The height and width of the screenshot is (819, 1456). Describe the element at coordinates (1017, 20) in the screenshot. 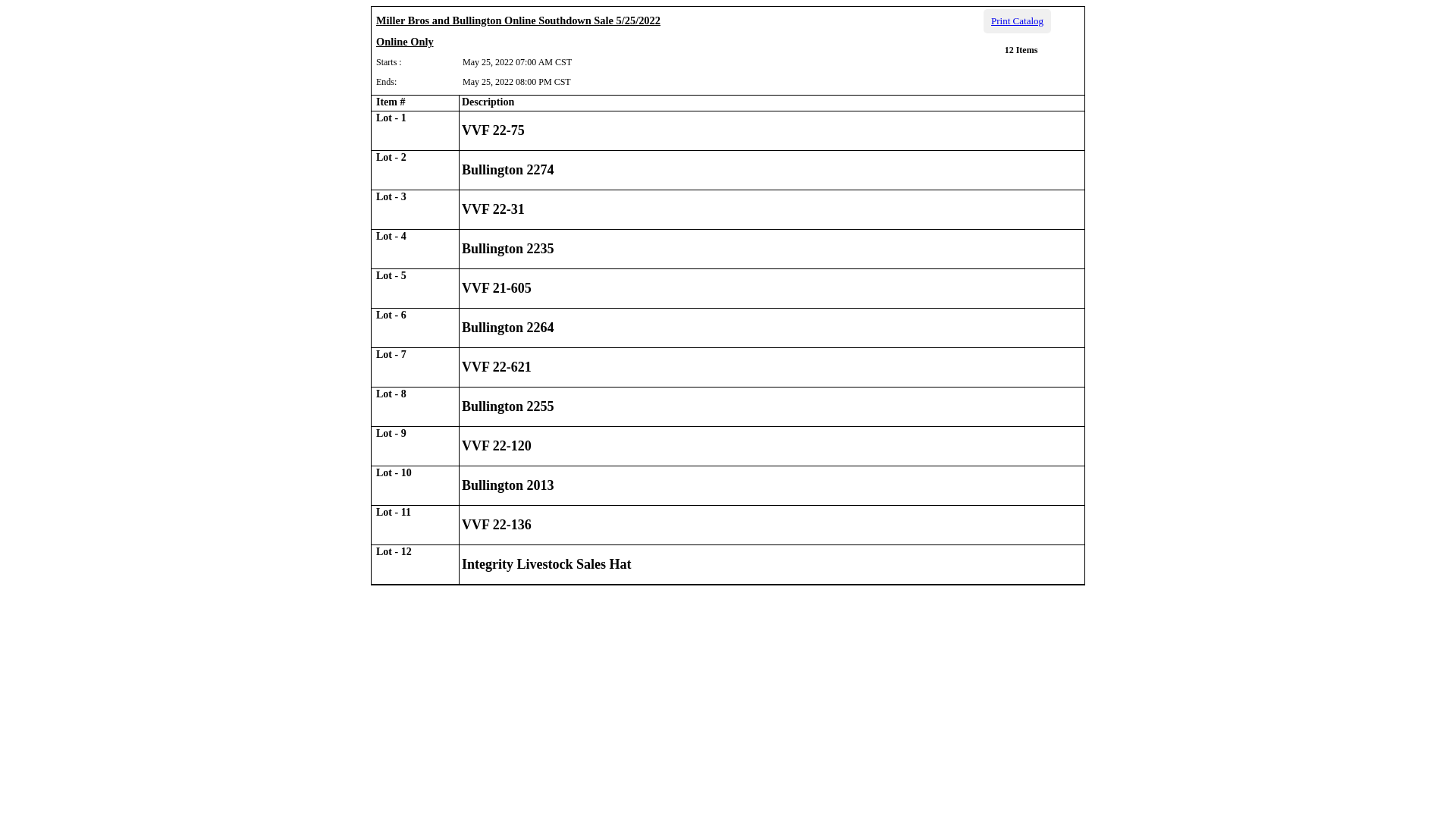

I see `'Print Catalog'` at that location.